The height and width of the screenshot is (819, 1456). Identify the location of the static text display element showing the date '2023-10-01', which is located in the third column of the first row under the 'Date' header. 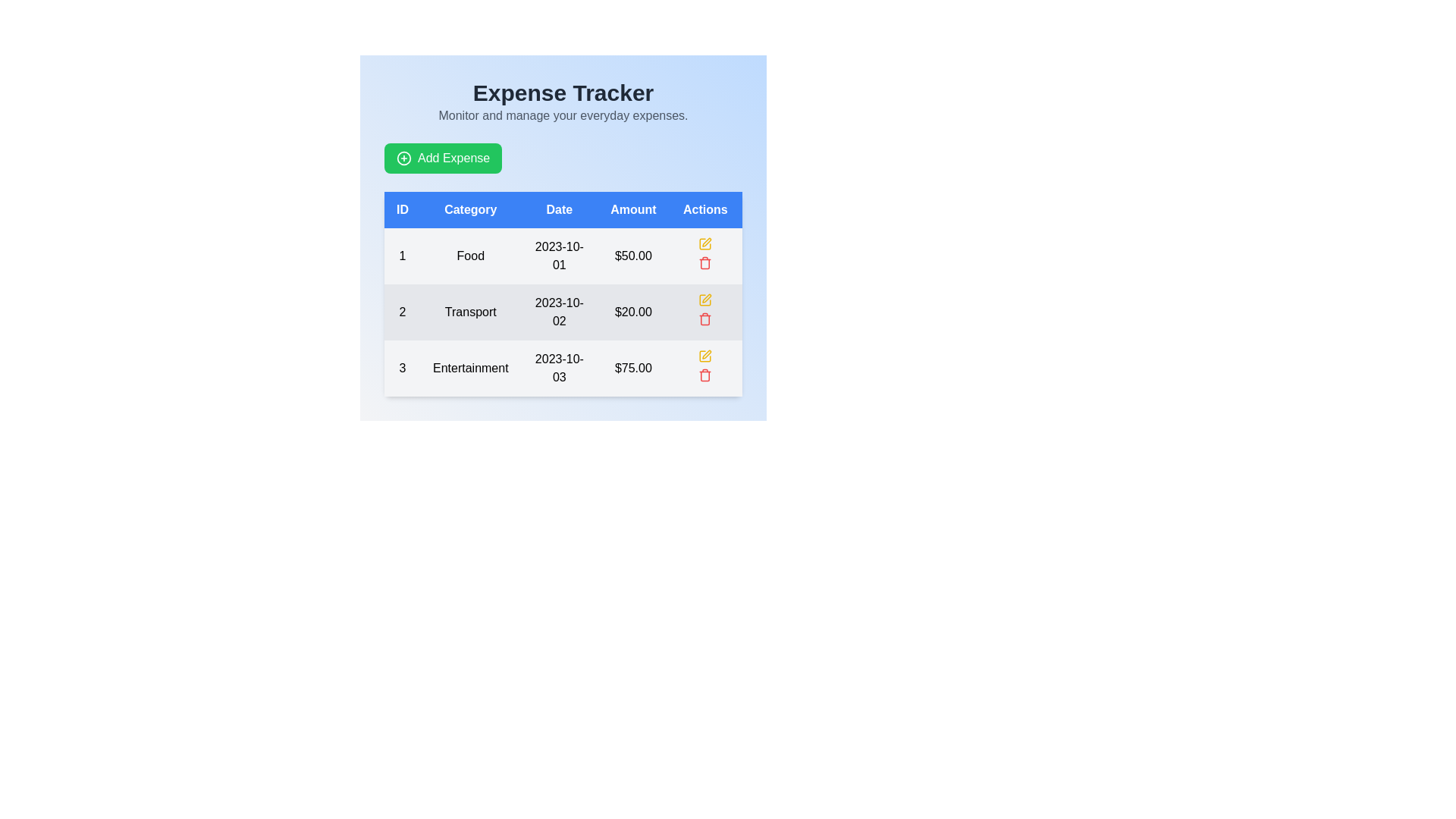
(558, 256).